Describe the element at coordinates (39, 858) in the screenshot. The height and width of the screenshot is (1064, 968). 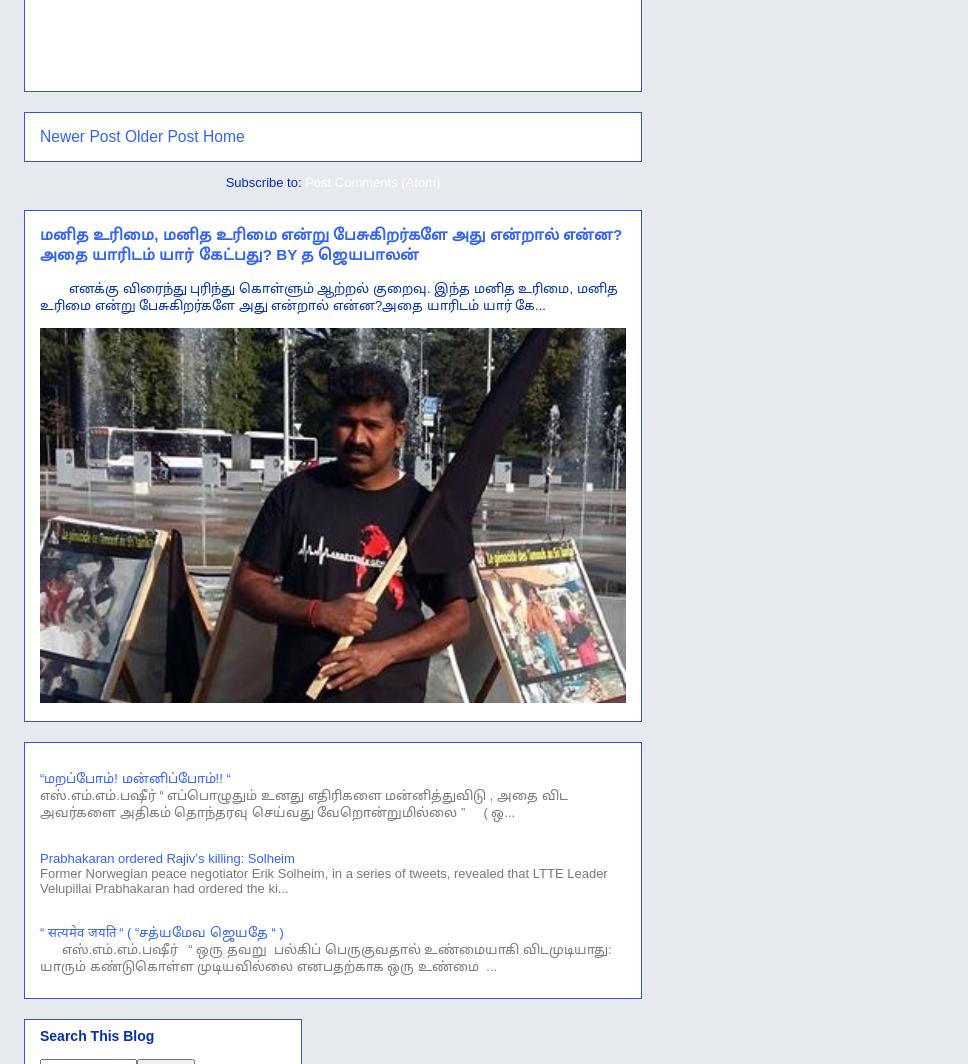
I see `'Prabhakaran ordered Rajiv’s killing: Solheim'` at that location.